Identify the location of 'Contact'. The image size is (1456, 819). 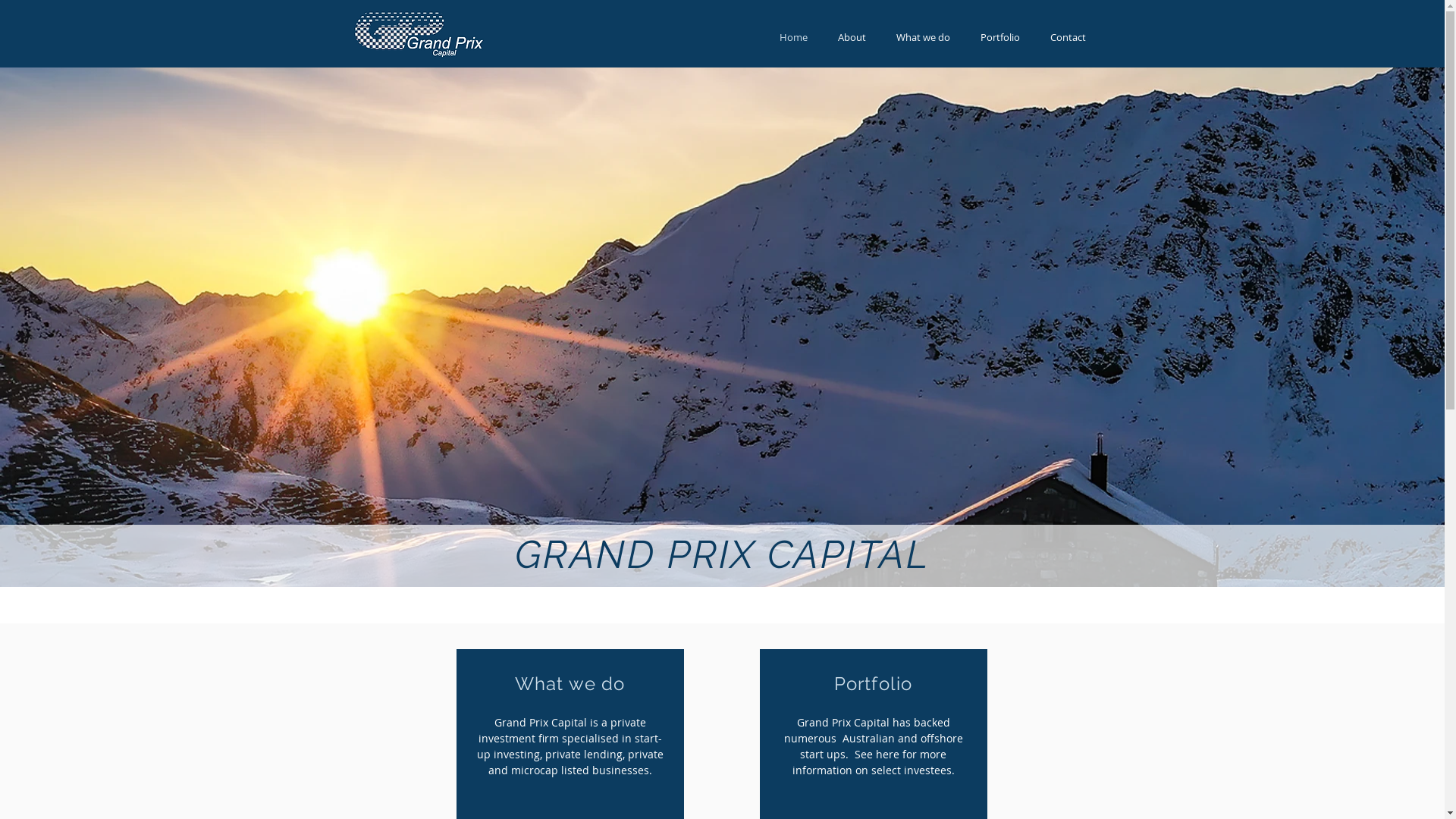
(1066, 36).